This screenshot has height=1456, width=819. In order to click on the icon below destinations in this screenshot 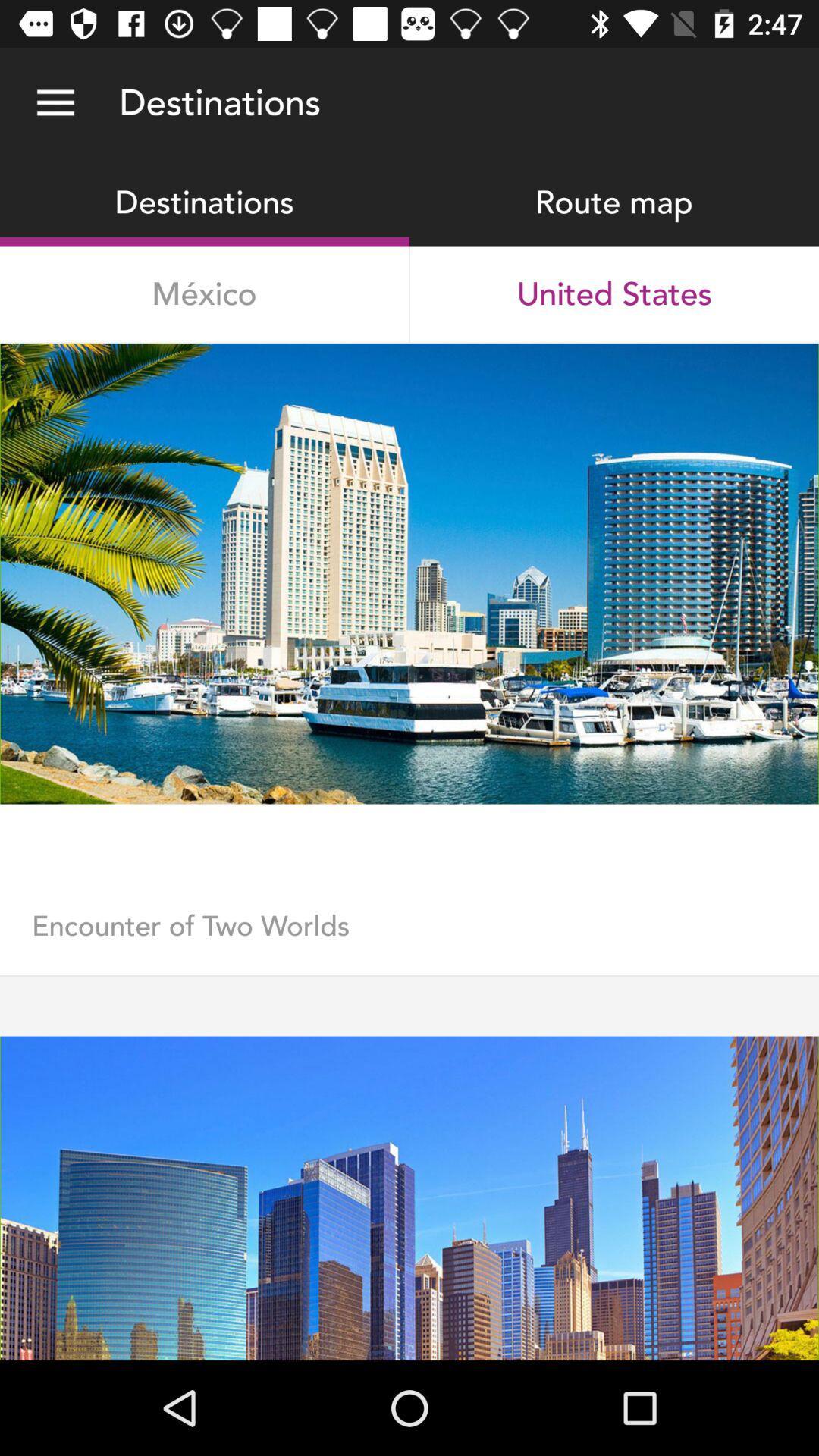, I will do `click(203, 294)`.